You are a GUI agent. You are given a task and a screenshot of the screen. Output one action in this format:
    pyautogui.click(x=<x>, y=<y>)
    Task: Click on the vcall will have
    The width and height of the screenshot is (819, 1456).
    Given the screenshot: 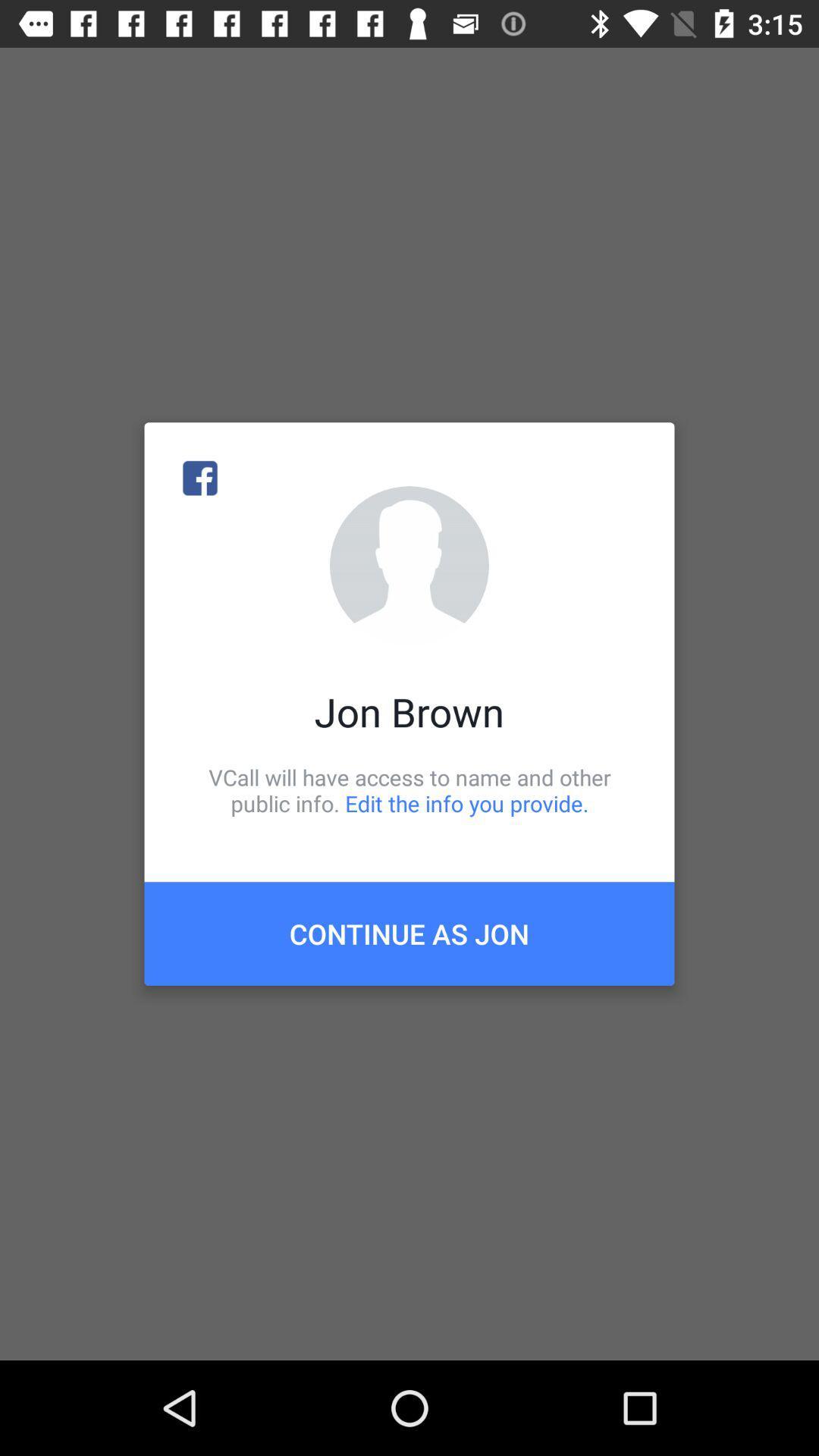 What is the action you would take?
    pyautogui.click(x=409, y=789)
    